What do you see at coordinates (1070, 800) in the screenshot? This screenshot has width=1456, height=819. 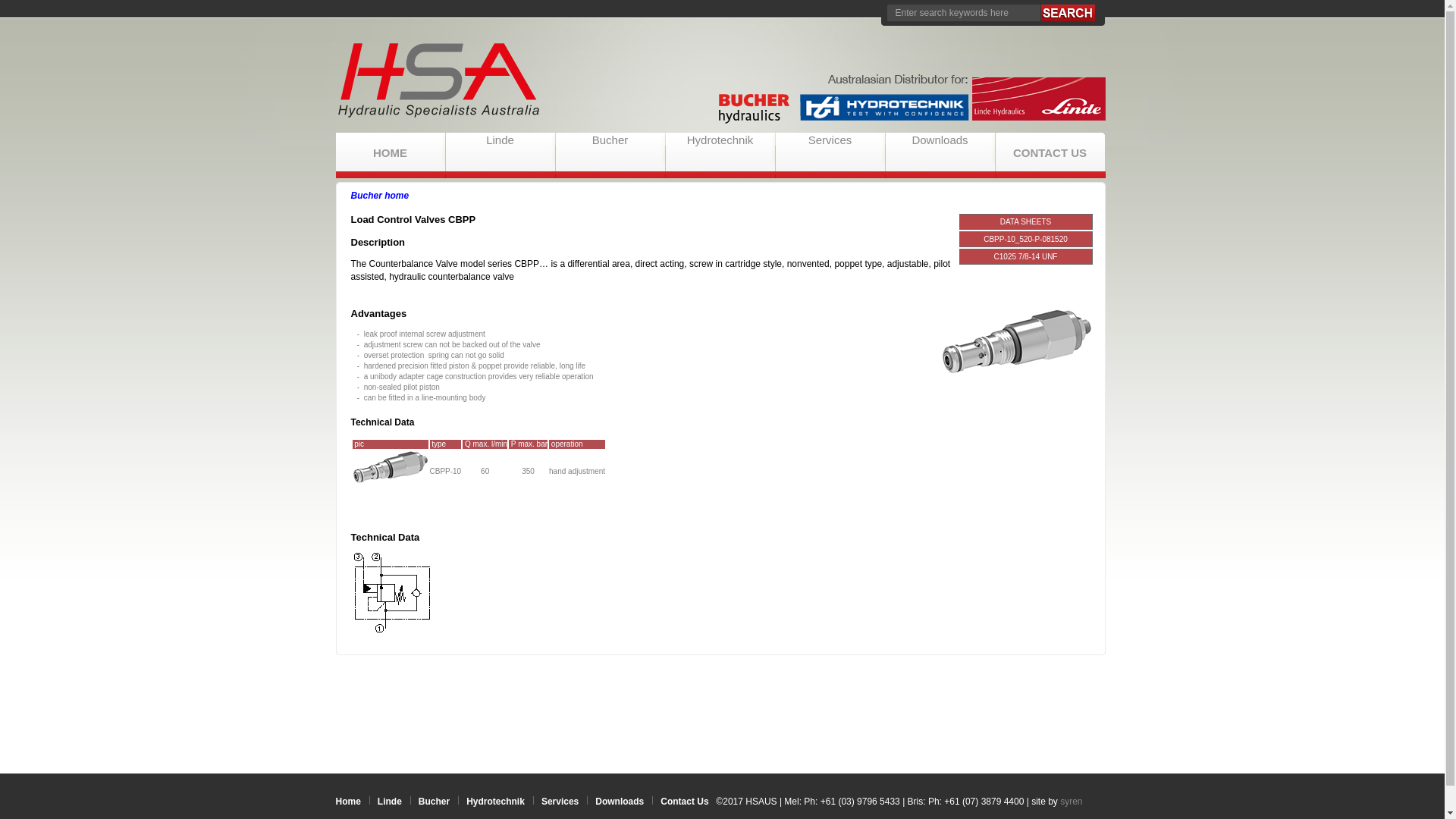 I see `'syren'` at bounding box center [1070, 800].